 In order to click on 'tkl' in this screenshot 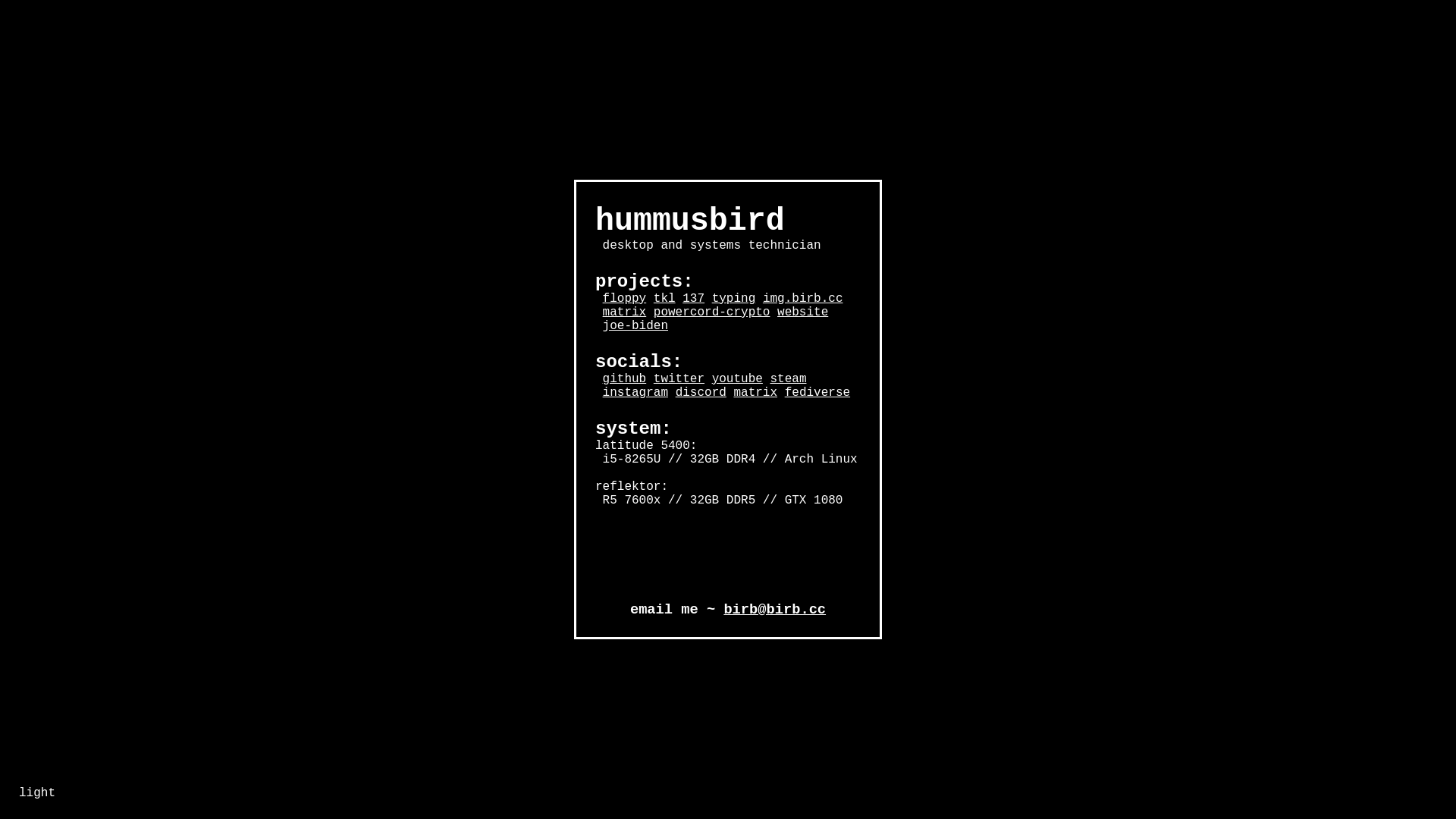, I will do `click(664, 298)`.